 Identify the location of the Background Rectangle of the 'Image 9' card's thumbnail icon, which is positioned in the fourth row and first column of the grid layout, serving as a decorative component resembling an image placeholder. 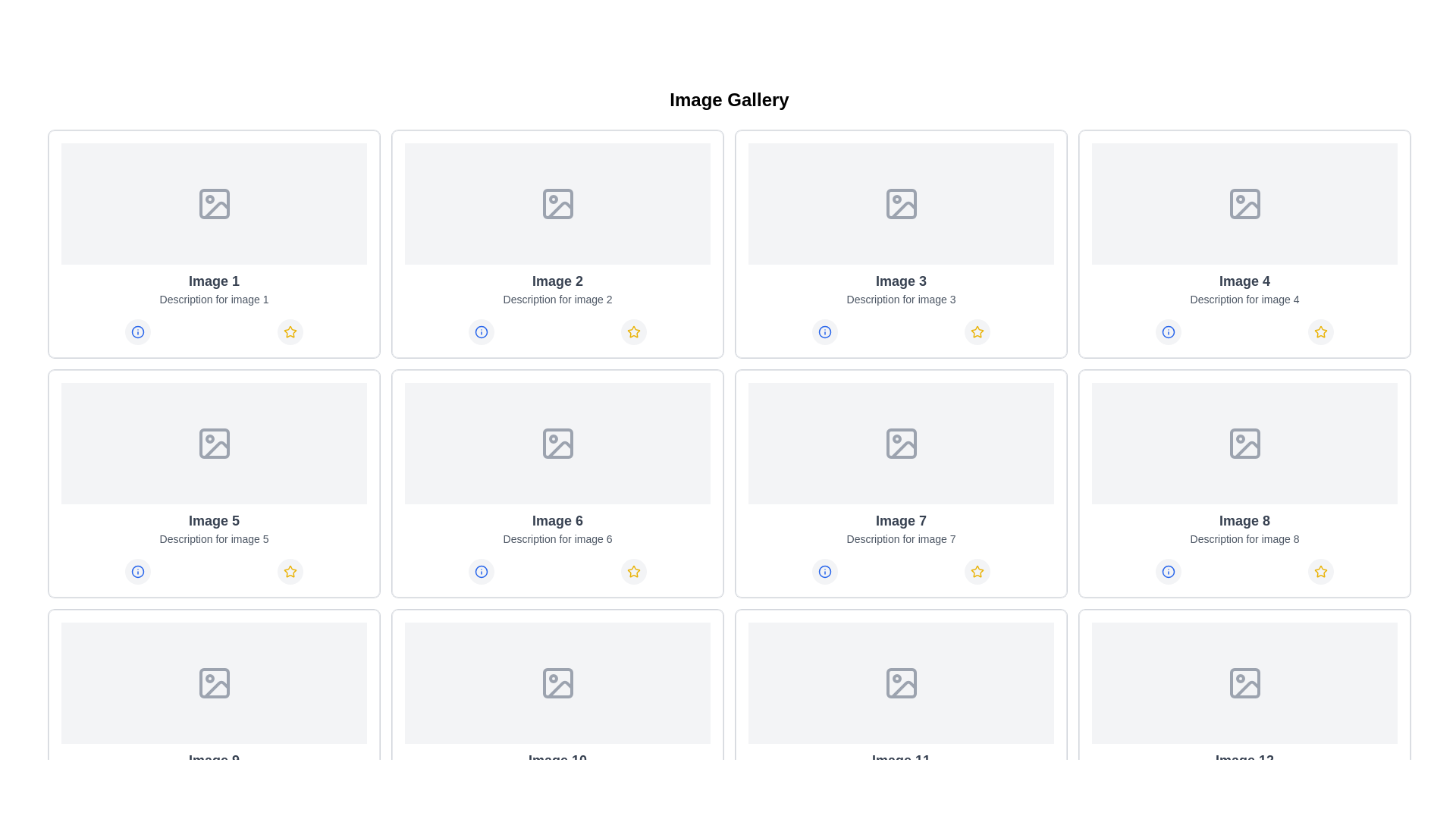
(557, 683).